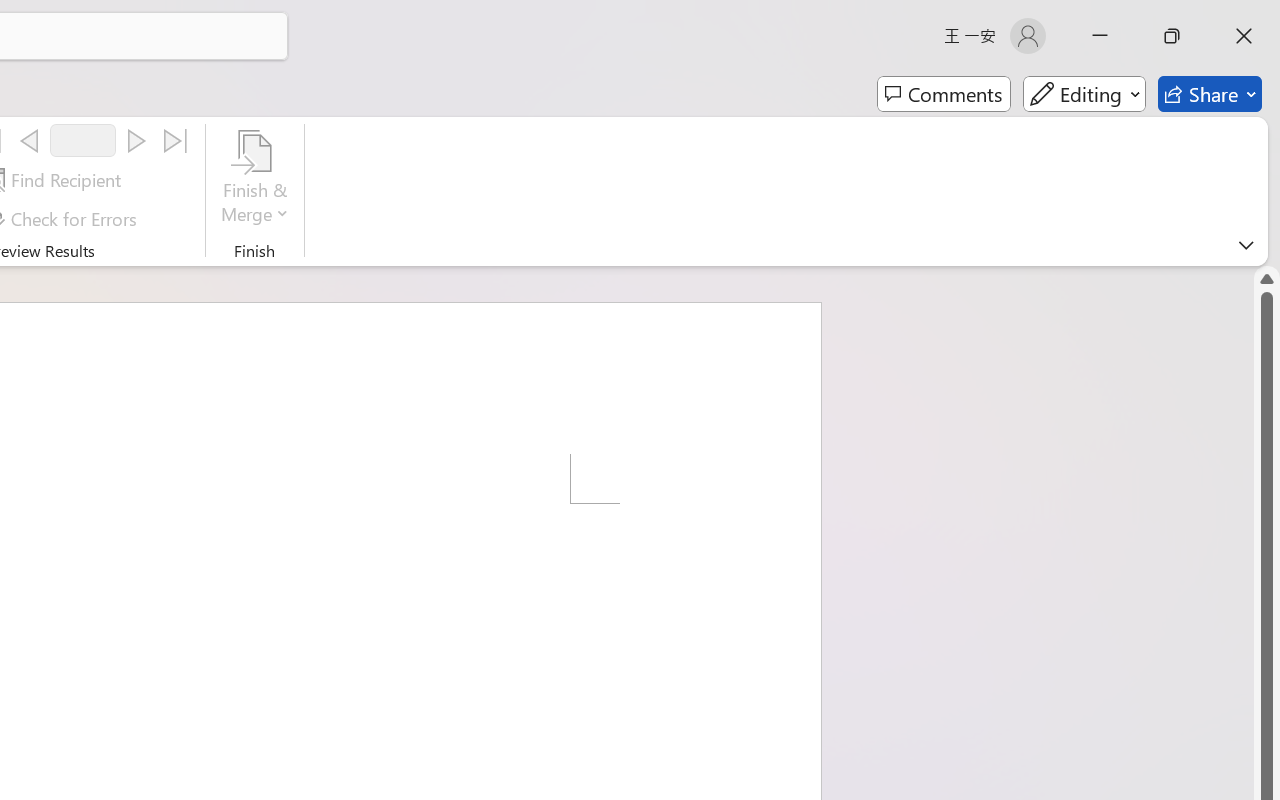  I want to click on 'Mode', so click(1083, 94).